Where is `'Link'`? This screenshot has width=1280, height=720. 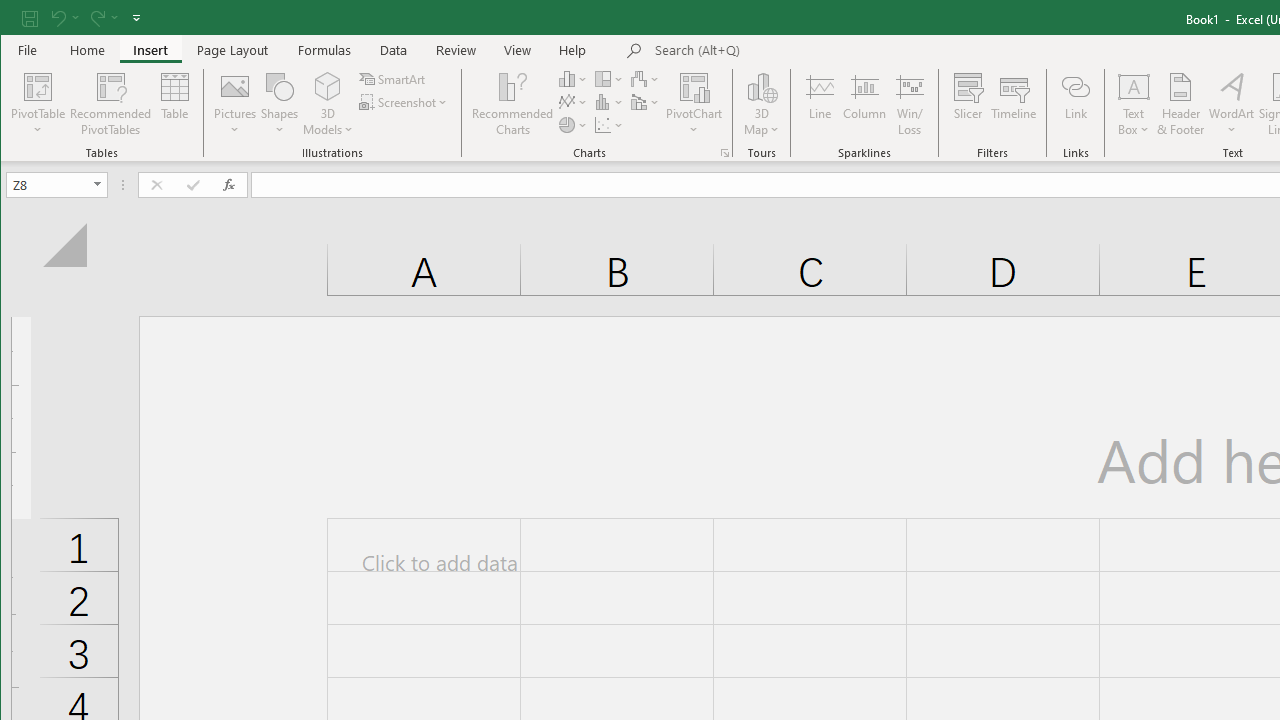 'Link' is located at coordinates (1074, 104).